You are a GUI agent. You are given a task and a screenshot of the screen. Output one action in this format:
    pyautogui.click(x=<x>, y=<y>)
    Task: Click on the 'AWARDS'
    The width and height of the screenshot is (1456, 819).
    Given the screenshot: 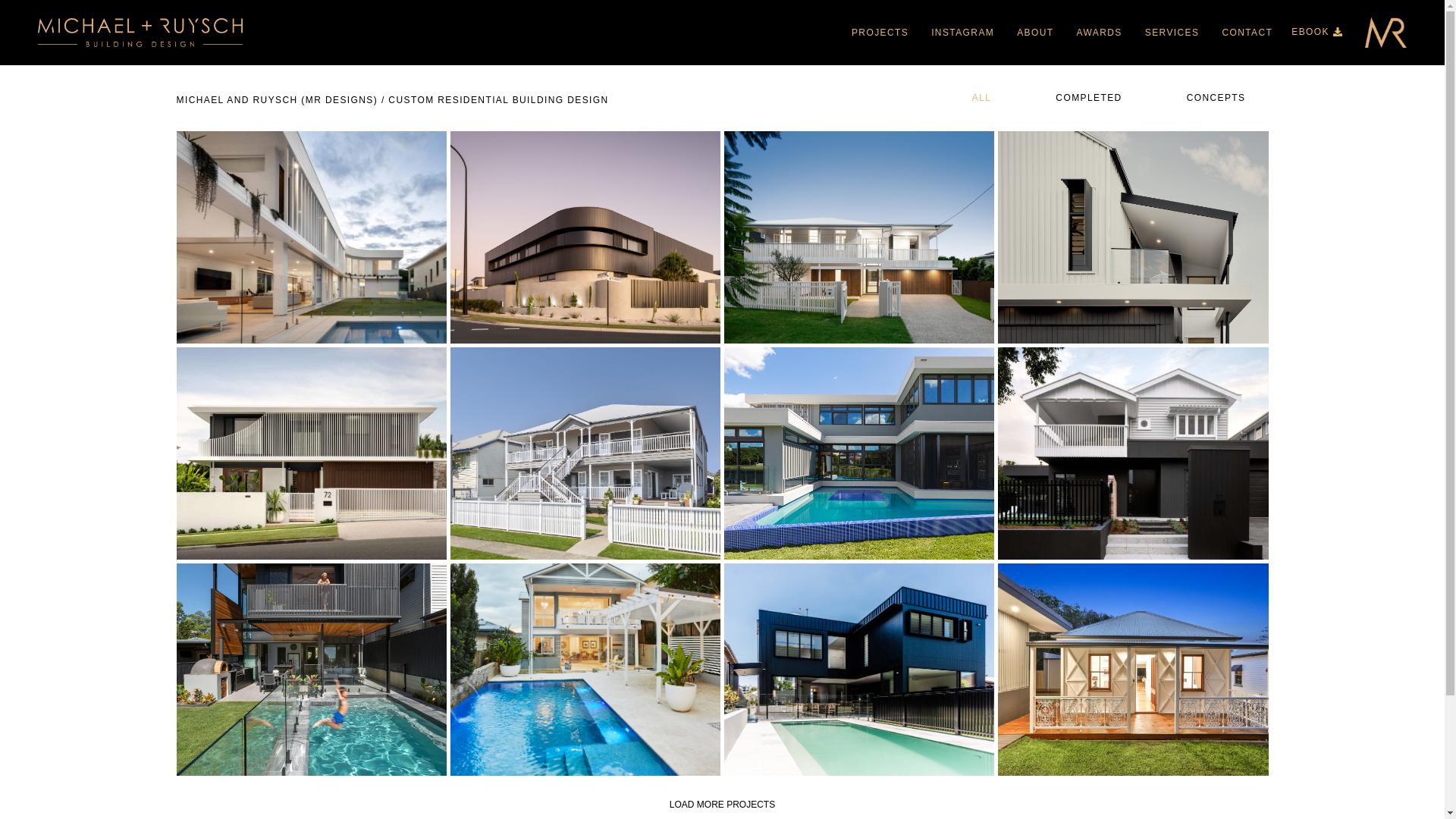 What is the action you would take?
    pyautogui.click(x=1099, y=32)
    